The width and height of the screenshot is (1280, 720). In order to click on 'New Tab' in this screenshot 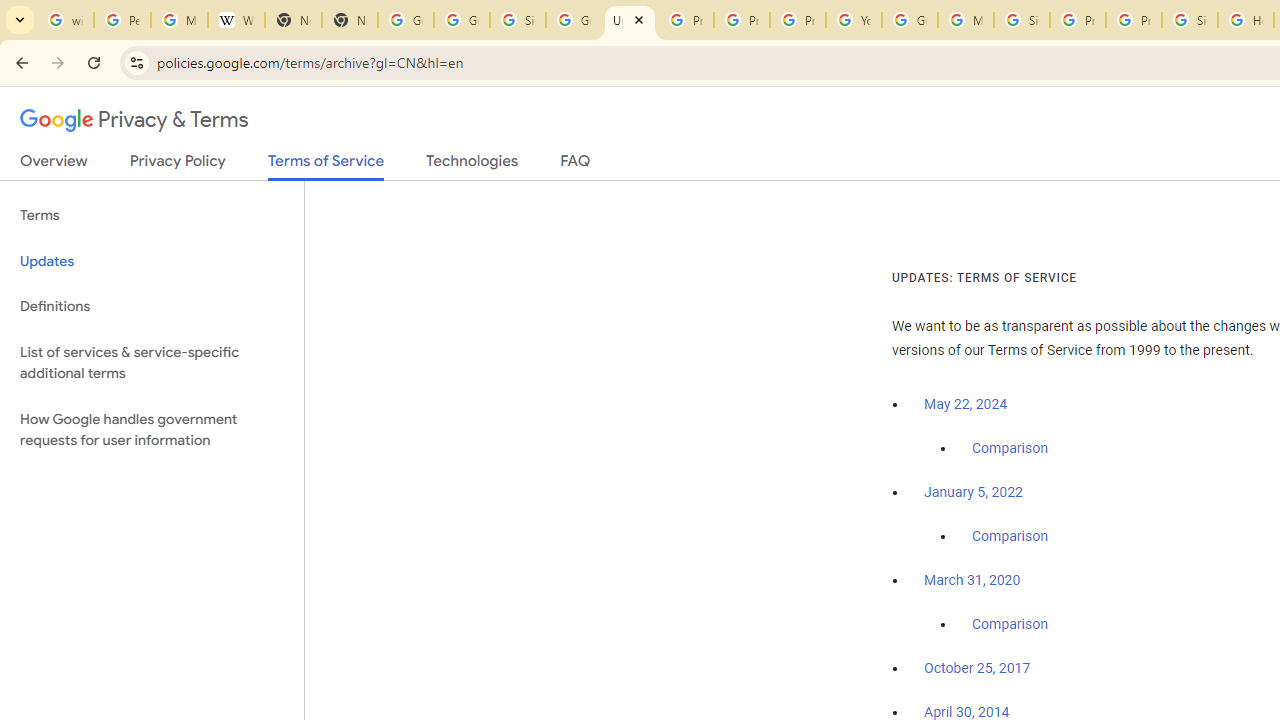, I will do `click(350, 20)`.